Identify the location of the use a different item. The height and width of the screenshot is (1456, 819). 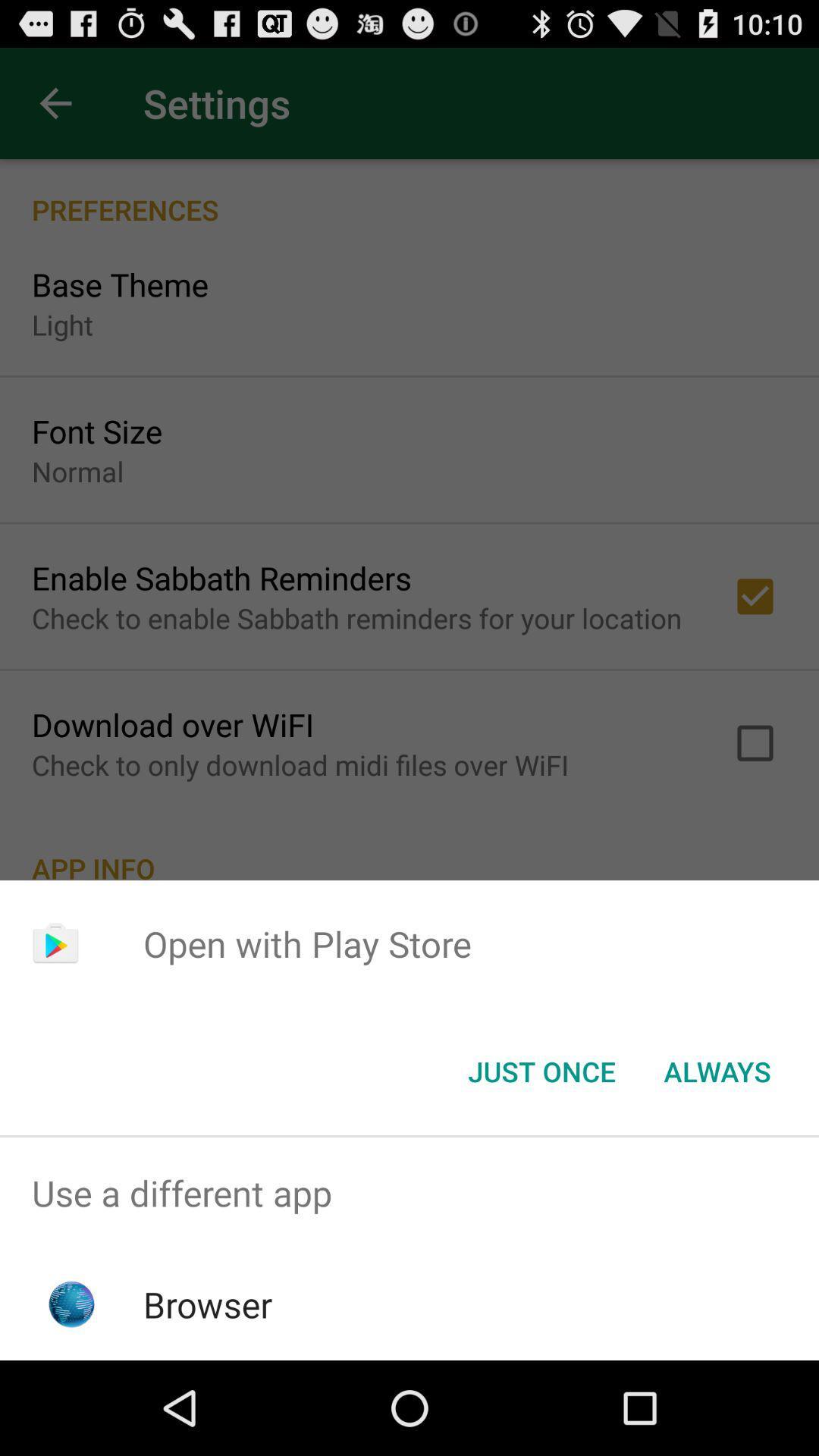
(409, 1192).